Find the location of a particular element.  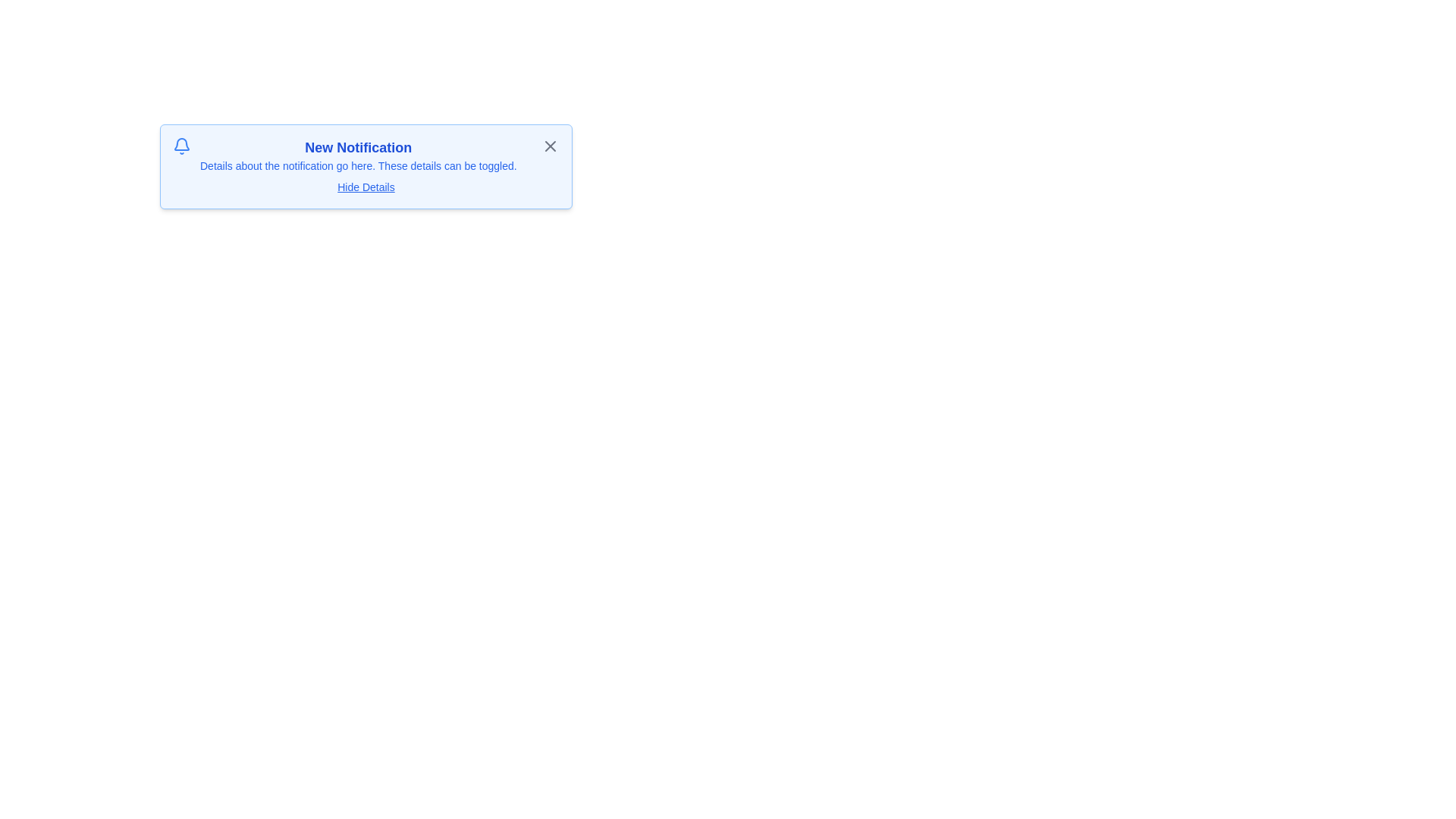

'X' button to close the notification is located at coordinates (549, 146).